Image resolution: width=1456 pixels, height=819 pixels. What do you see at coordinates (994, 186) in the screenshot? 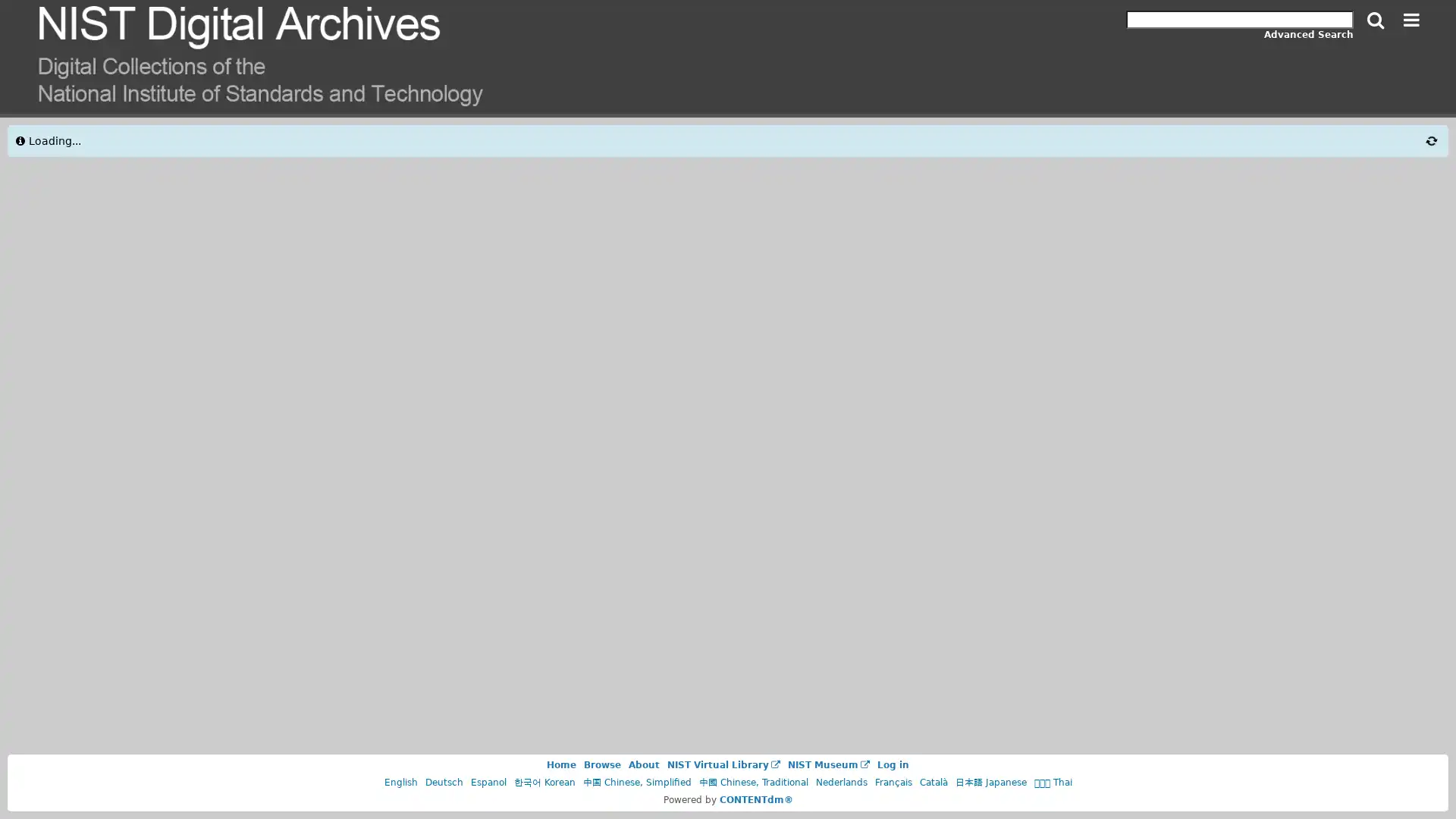
I see `Go to next page` at bounding box center [994, 186].